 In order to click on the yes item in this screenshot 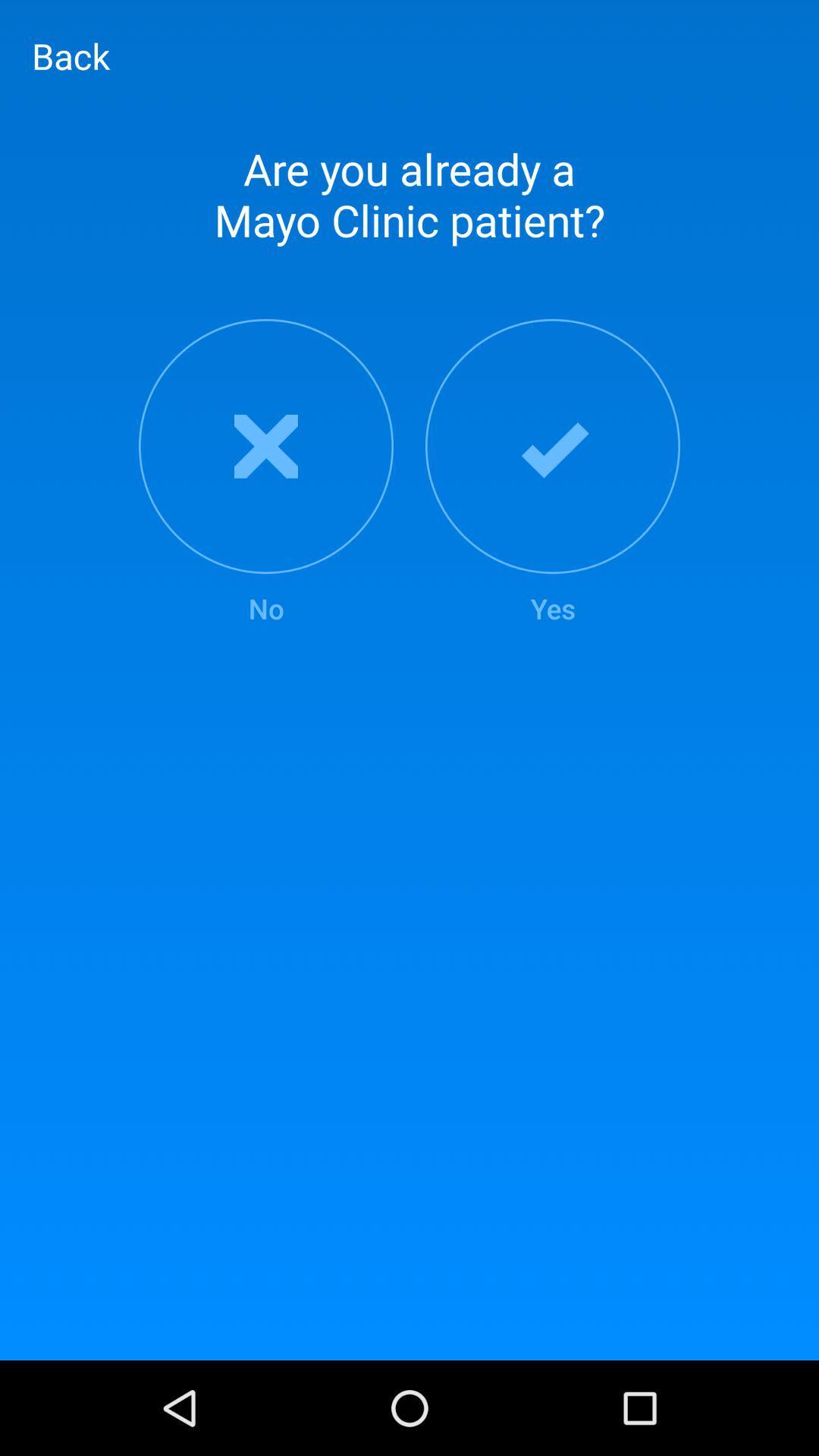, I will do `click(553, 472)`.